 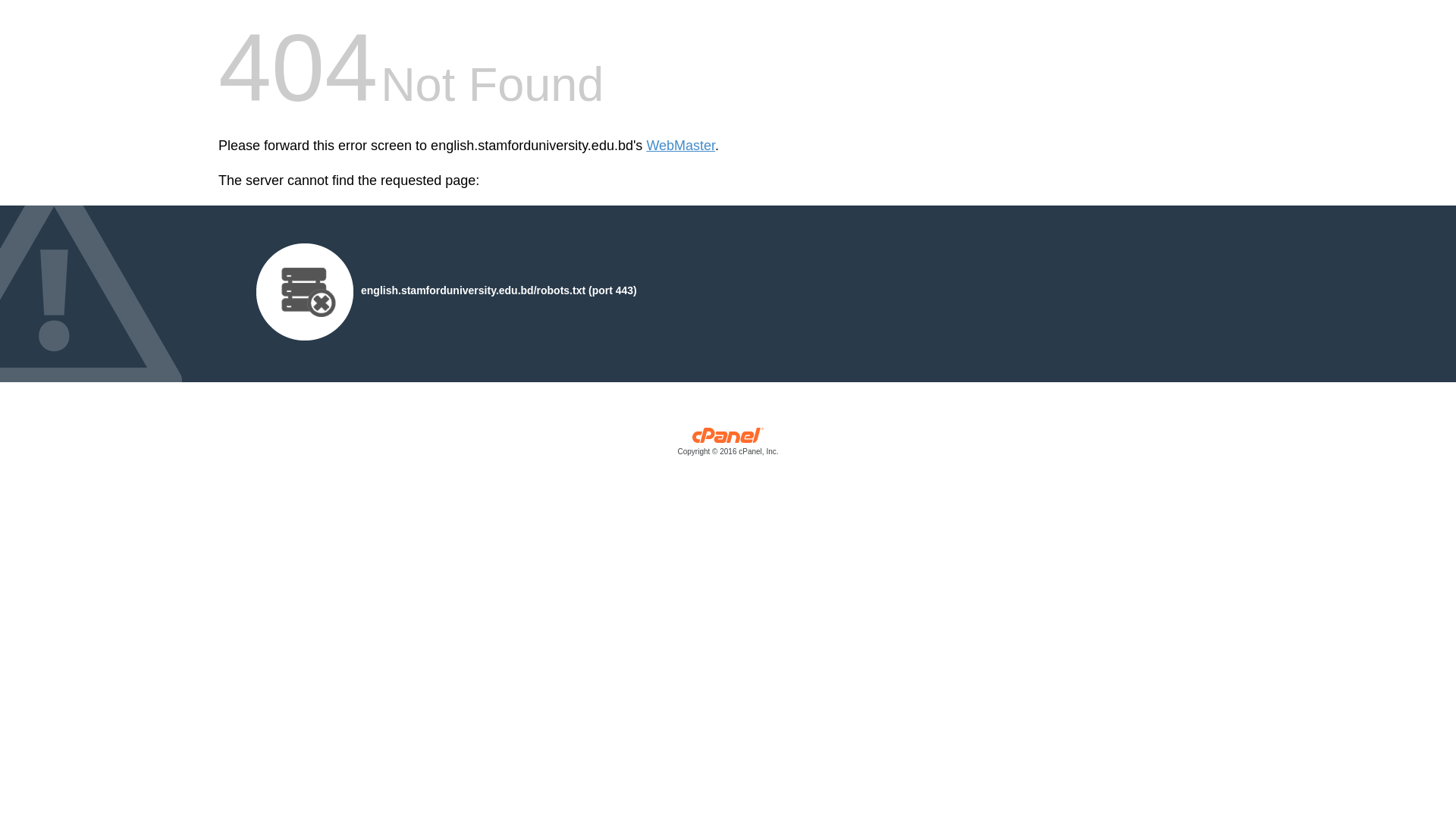 I want to click on 'WebMaster', so click(x=645, y=146).